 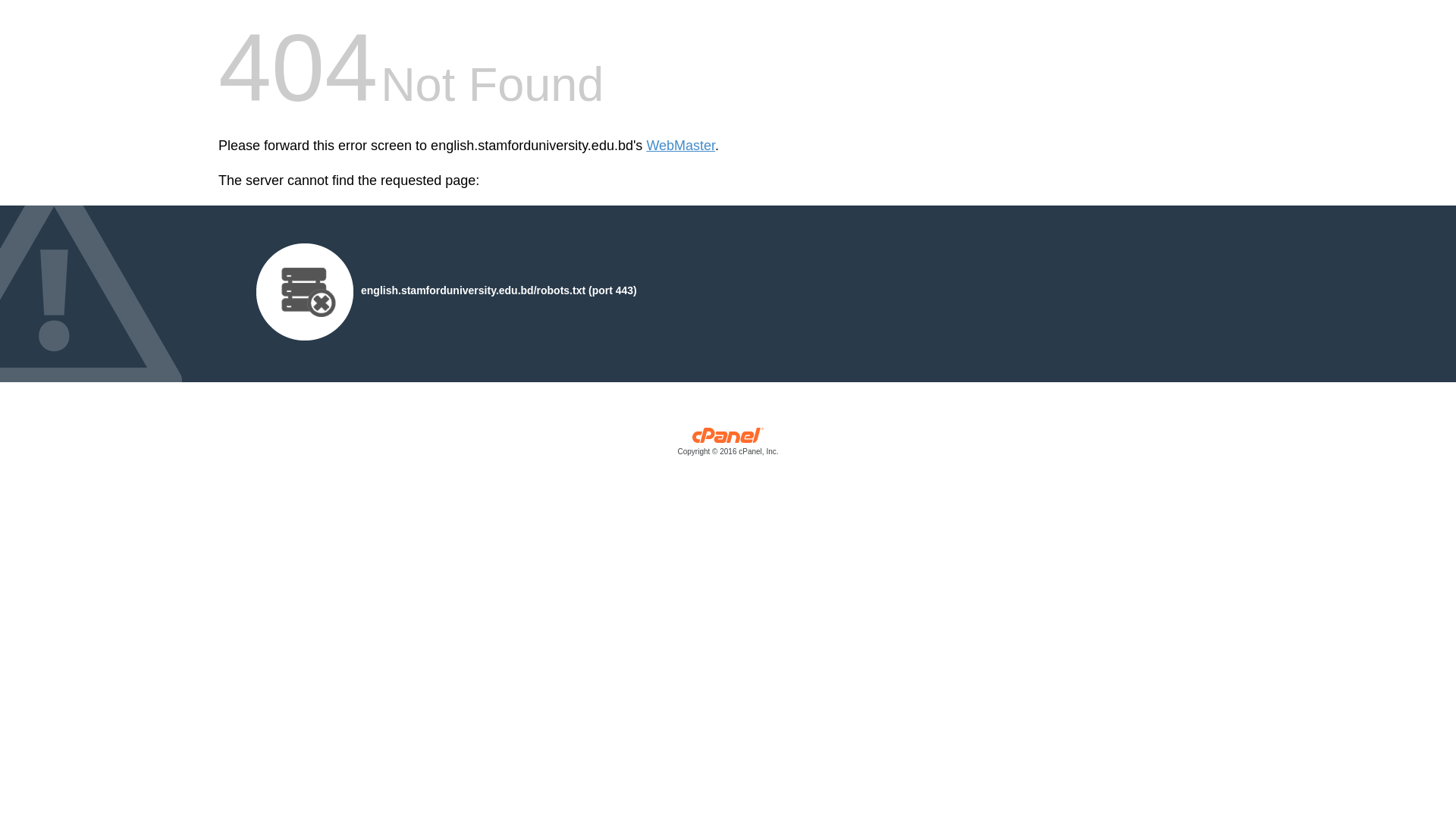 I want to click on 'WebMaster', so click(x=645, y=146).